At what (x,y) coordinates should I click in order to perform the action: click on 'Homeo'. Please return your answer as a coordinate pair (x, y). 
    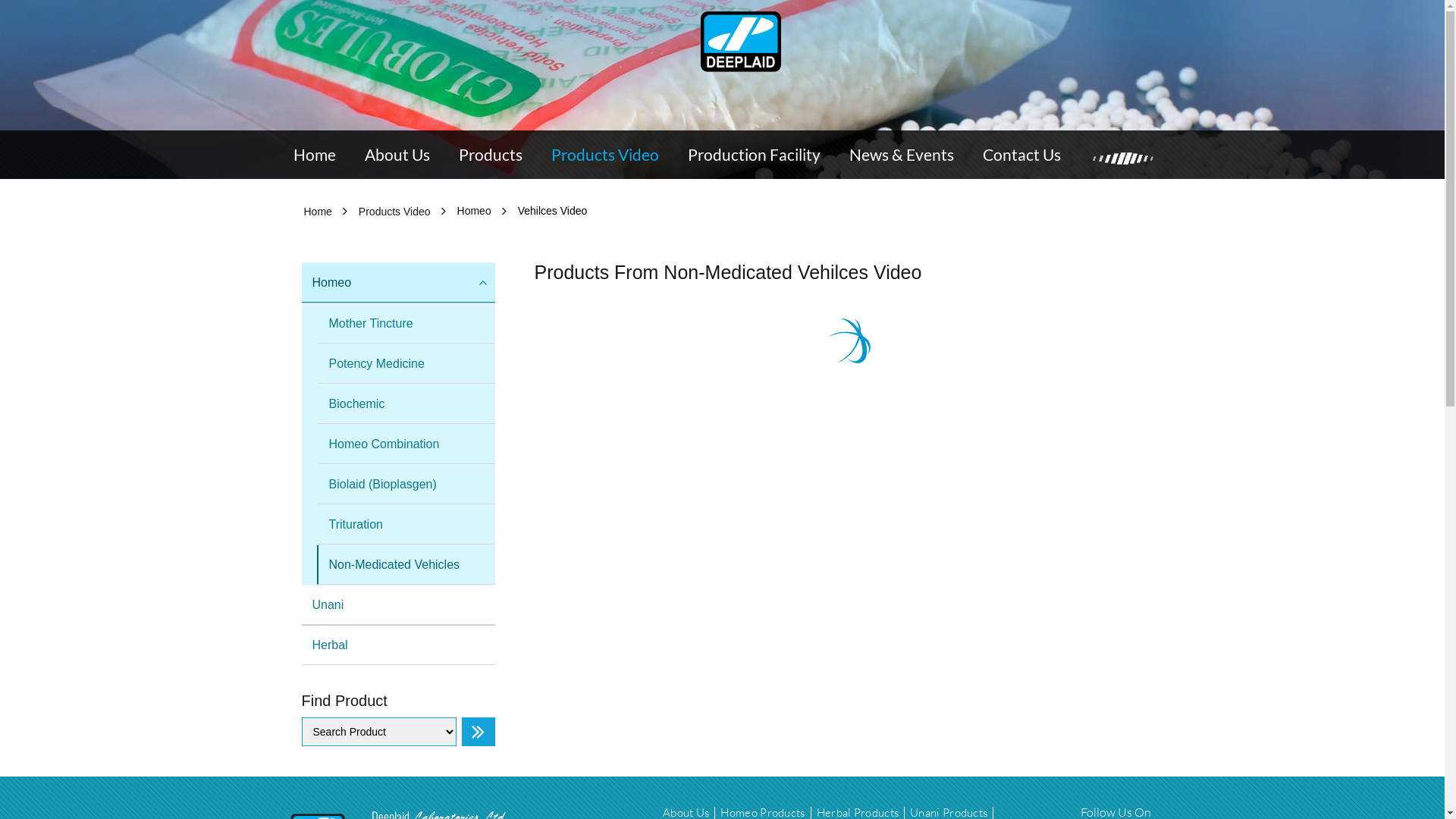
    Looking at the image, I should click on (398, 283).